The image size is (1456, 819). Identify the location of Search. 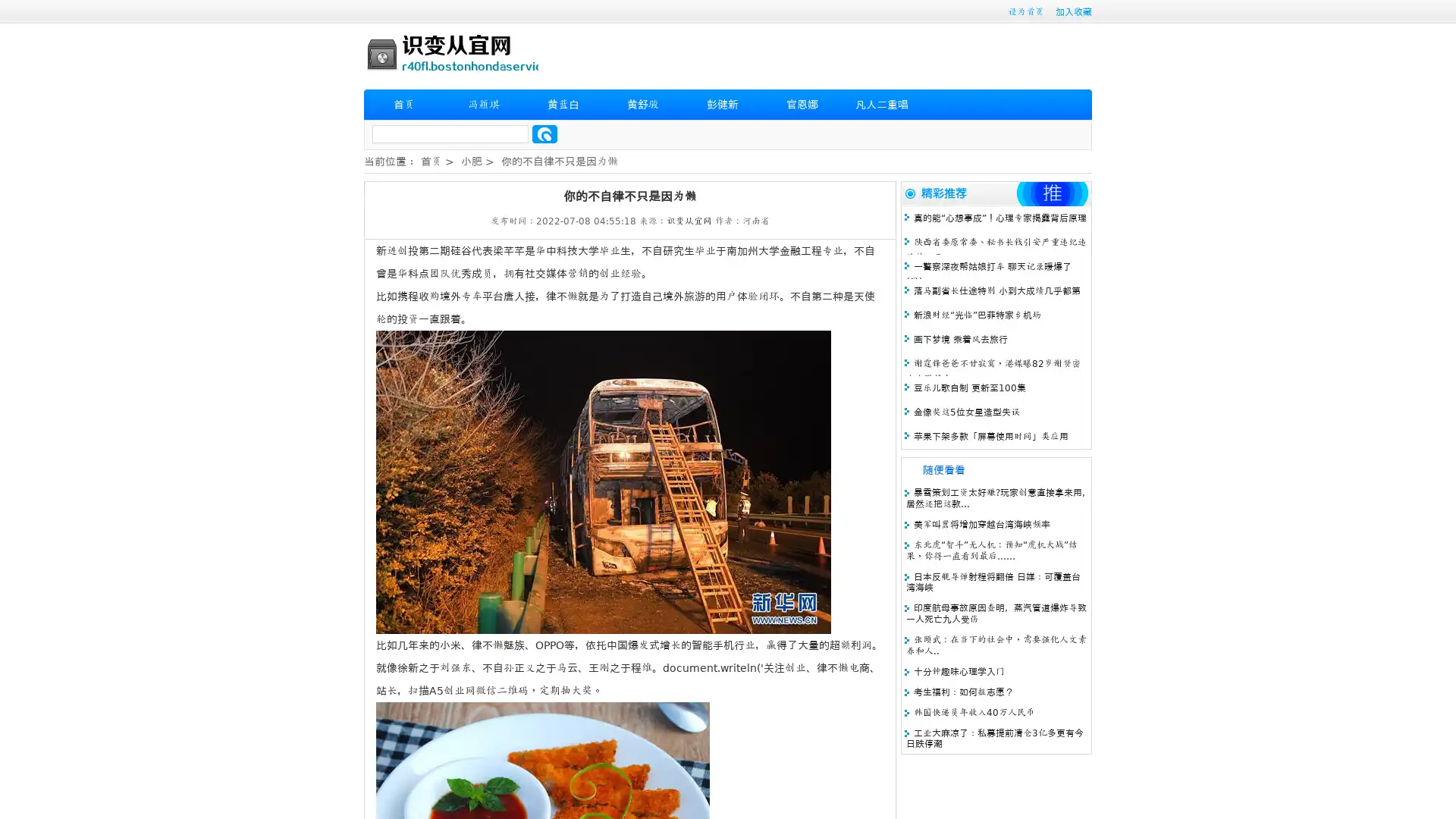
(544, 133).